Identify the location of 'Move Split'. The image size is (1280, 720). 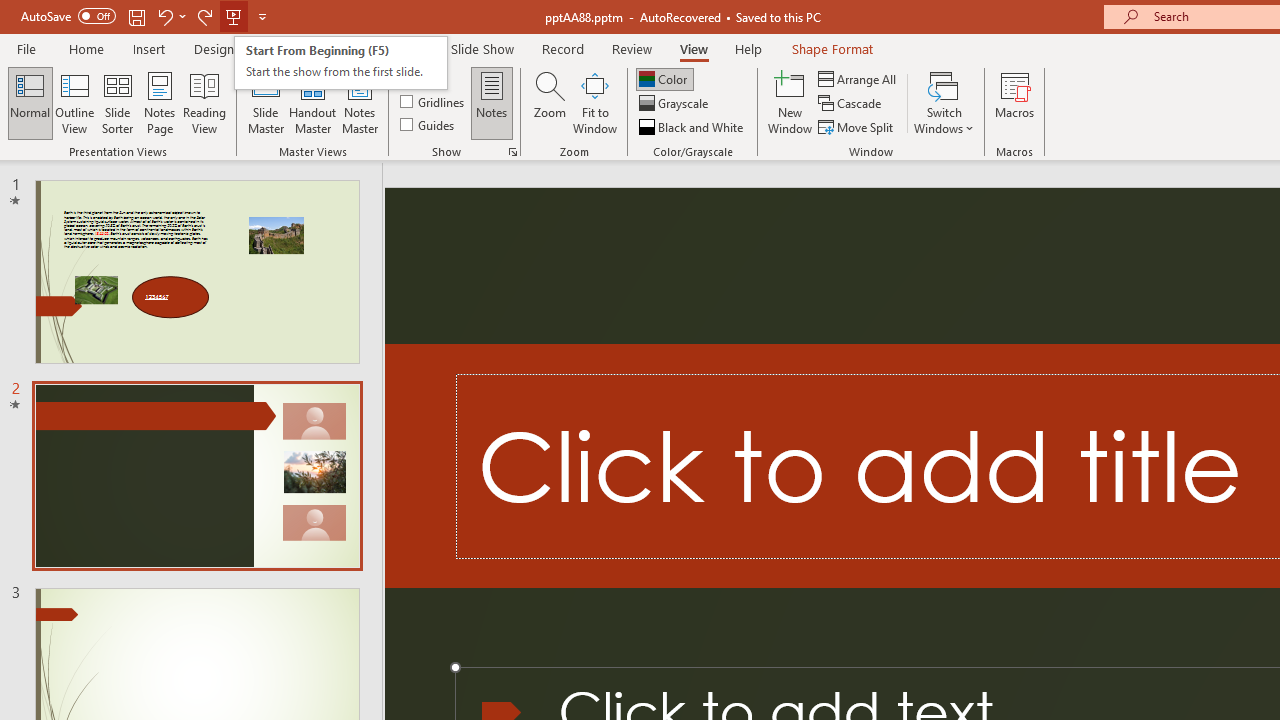
(857, 127).